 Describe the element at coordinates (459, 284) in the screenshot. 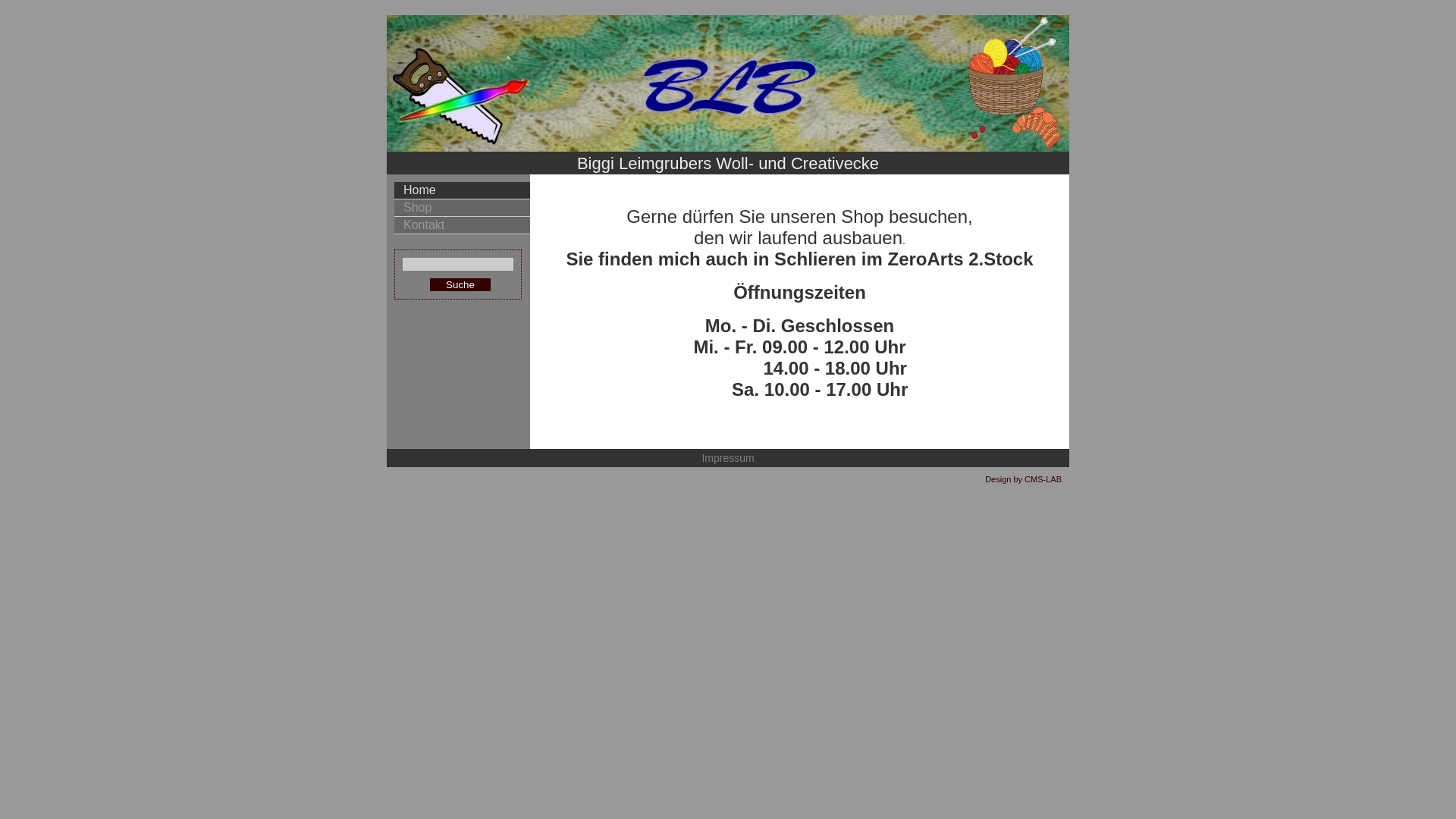

I see `'Suche'` at that location.